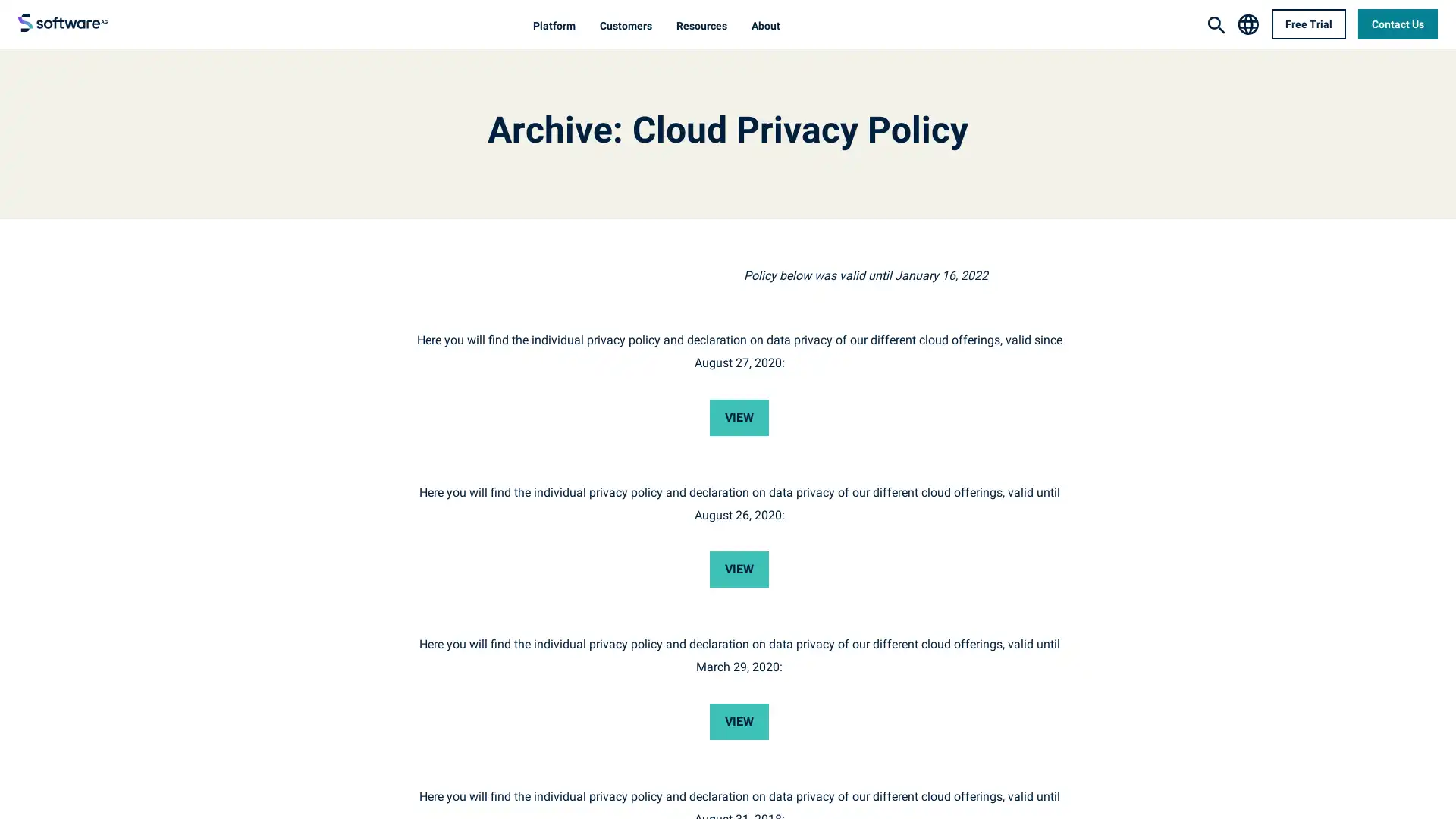 This screenshot has width=1456, height=819. I want to click on International, so click(1247, 23).